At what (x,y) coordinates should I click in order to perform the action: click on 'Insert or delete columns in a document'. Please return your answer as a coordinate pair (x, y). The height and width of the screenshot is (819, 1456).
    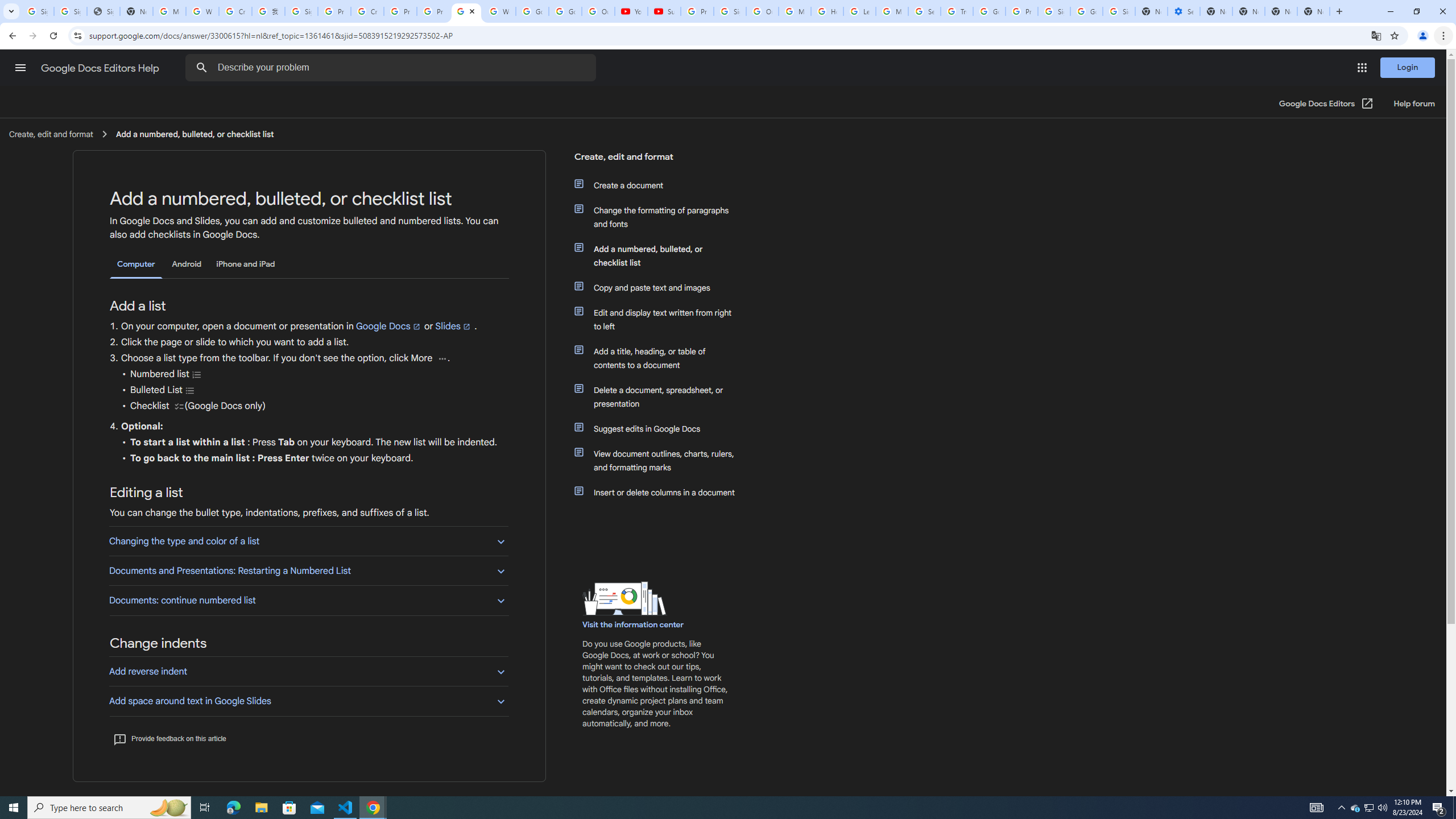
    Looking at the image, I should click on (661, 492).